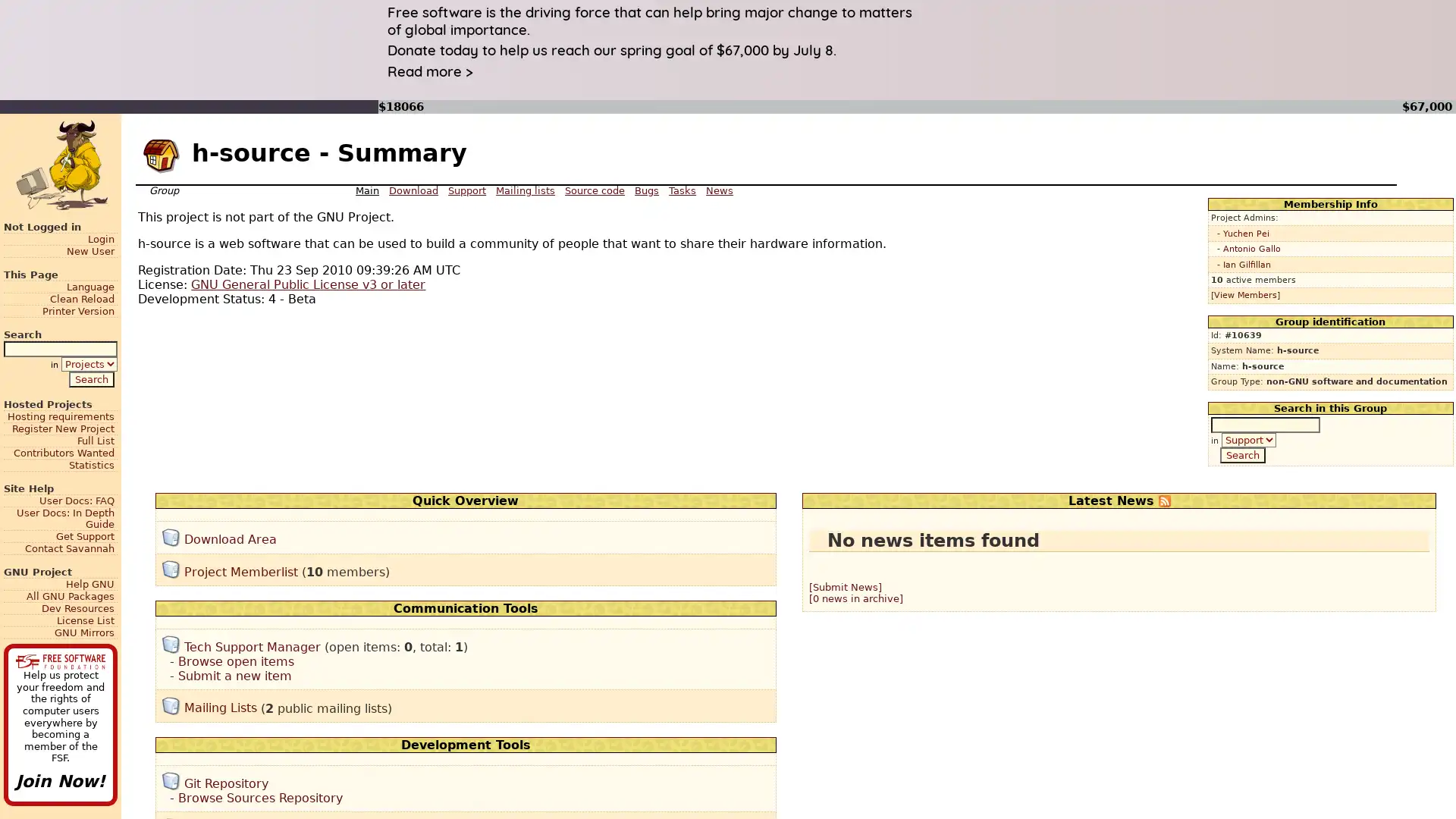 Image resolution: width=1456 pixels, height=819 pixels. I want to click on Search, so click(1241, 453).